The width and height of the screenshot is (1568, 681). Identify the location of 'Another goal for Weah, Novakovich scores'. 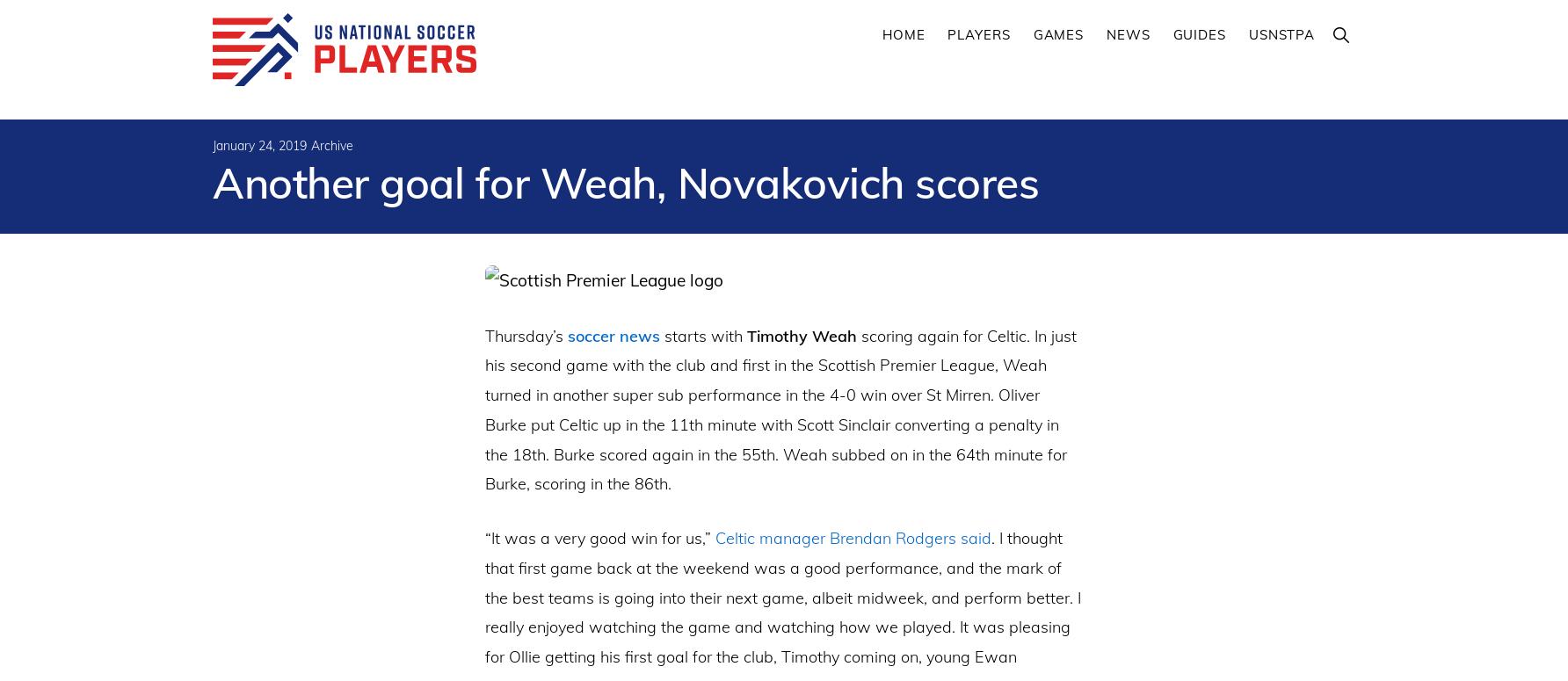
(625, 183).